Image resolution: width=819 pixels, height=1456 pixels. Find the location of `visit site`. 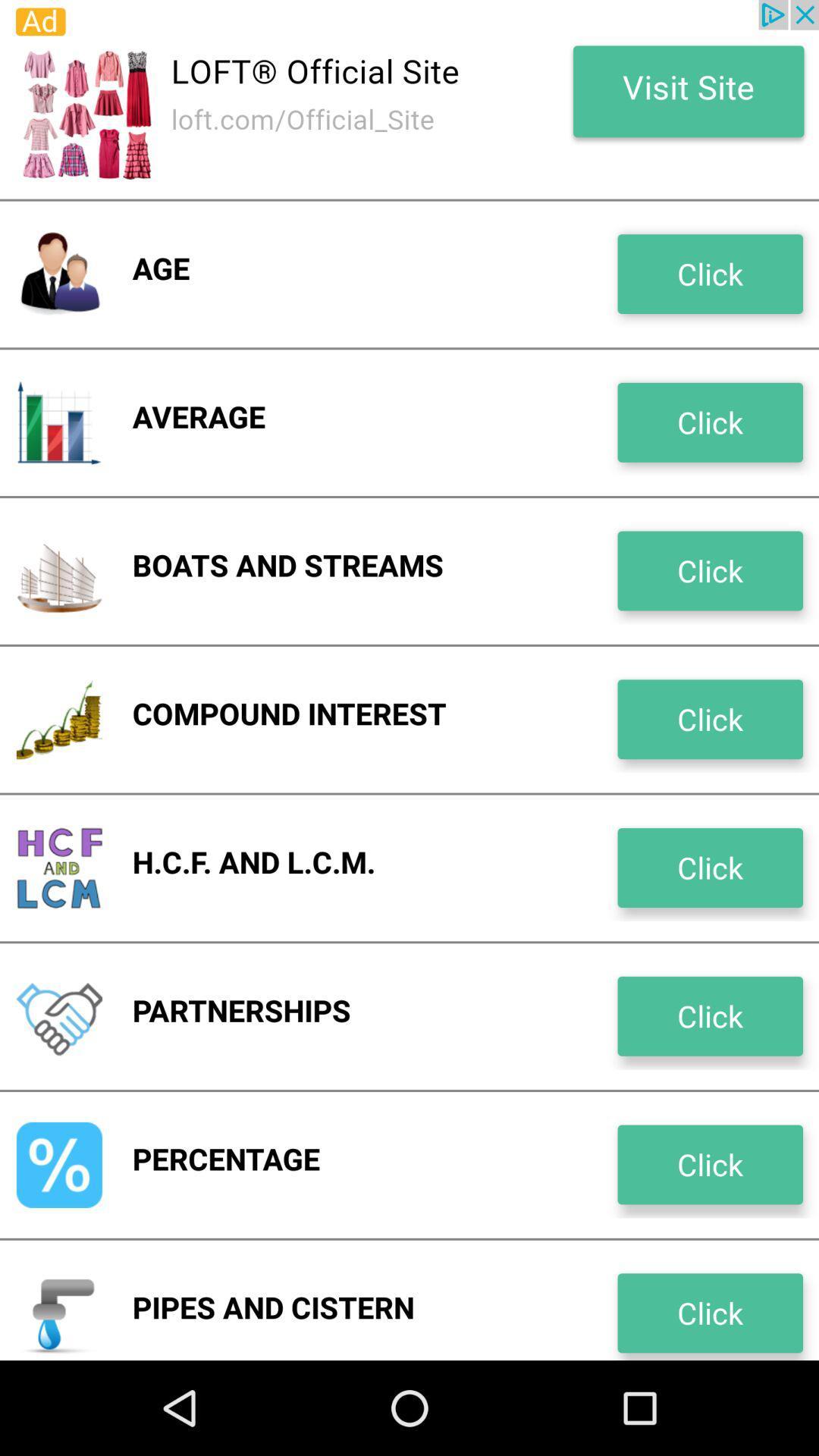

visit site is located at coordinates (409, 99).